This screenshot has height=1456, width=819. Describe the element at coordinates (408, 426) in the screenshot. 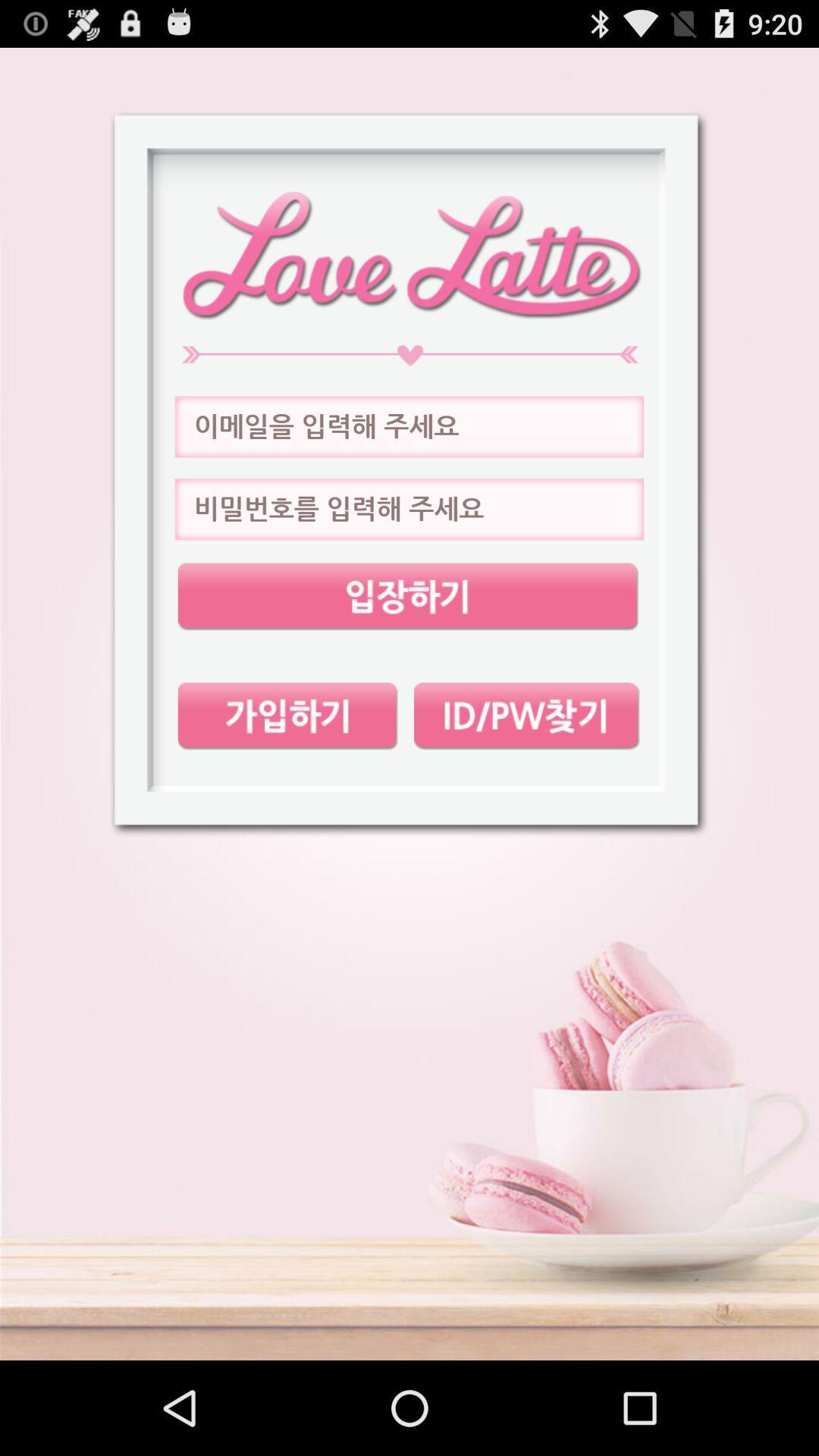

I see `username` at that location.